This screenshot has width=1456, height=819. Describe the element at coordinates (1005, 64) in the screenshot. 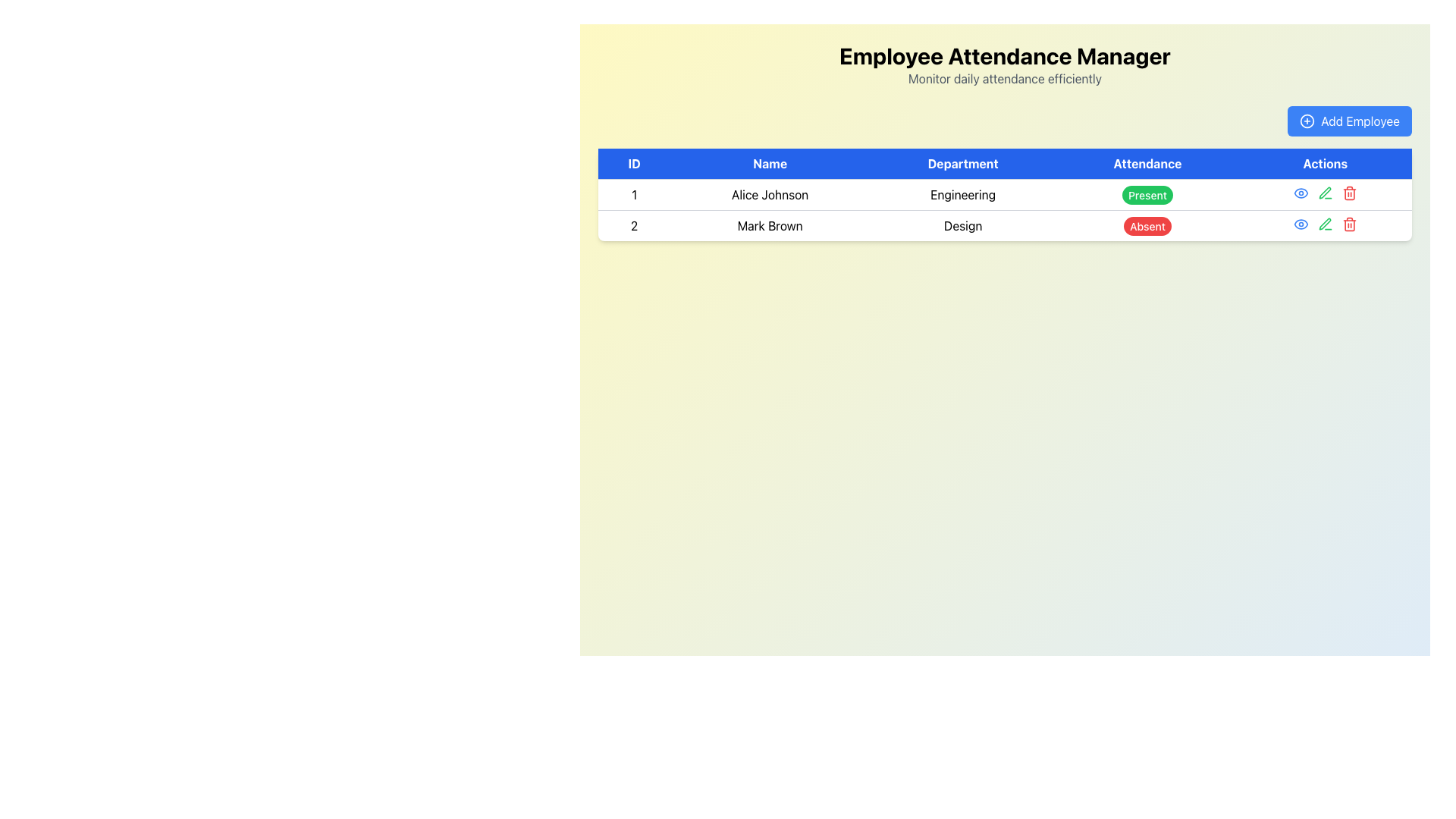

I see `the 'Employee Attendance Manager' header text, which is bold and large, located at the top of the page in a light gradient background` at that location.